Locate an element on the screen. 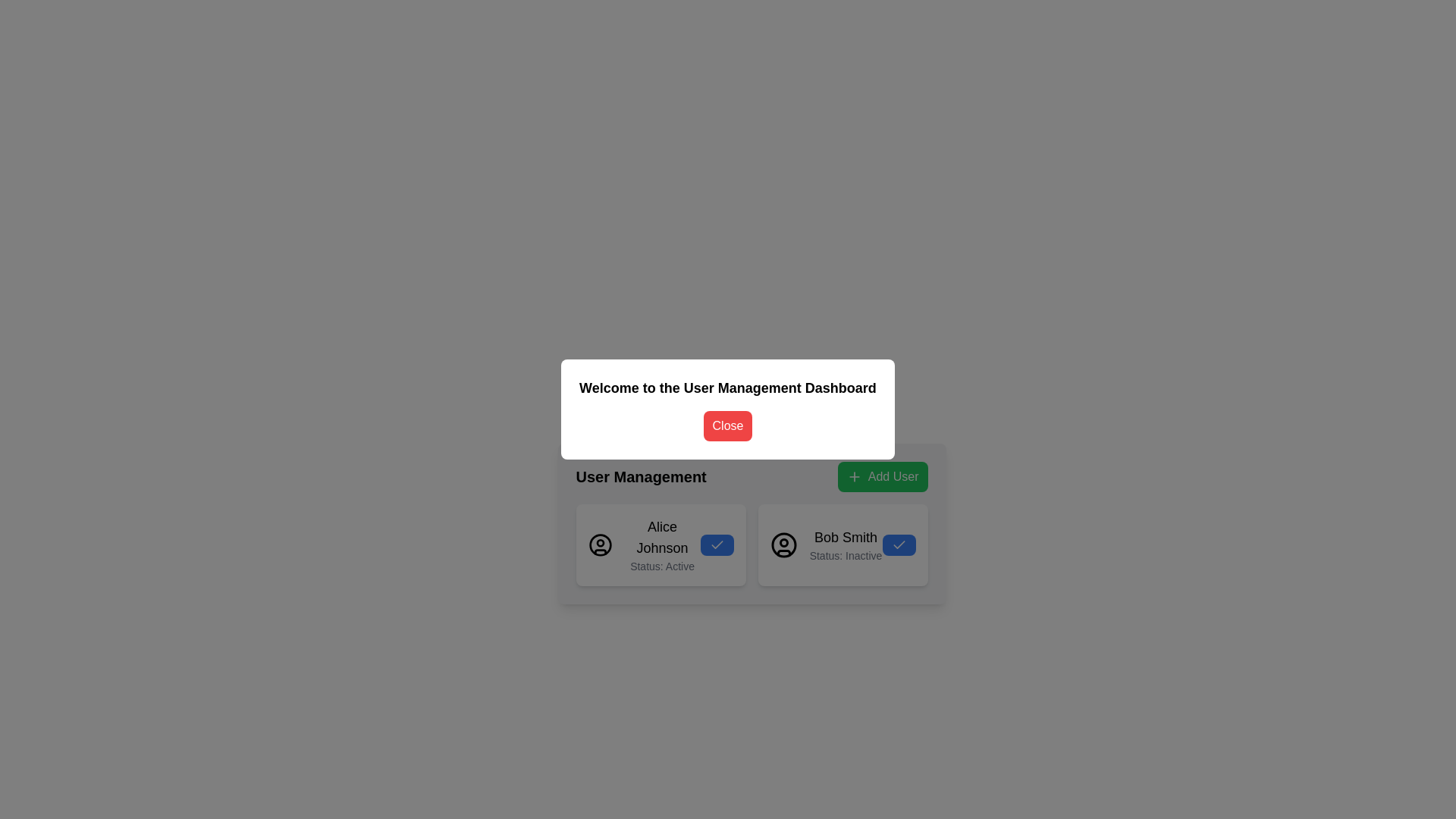 The height and width of the screenshot is (819, 1456). the 'Add User' button, which is a green rectangular button with white text and a plus icon, located to the right of 'User Management' is located at coordinates (883, 475).